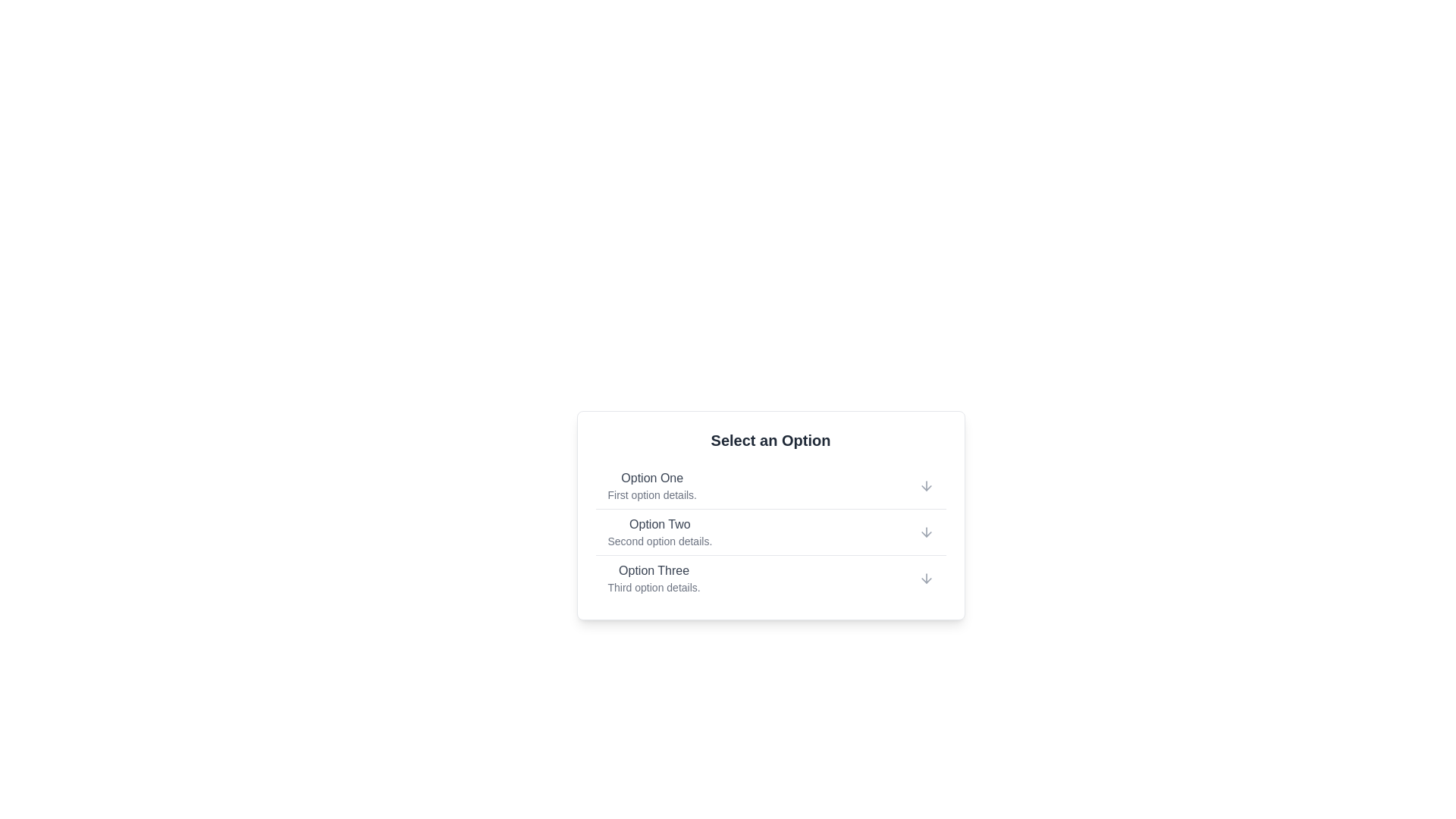 The image size is (1456, 819). Describe the element at coordinates (770, 485) in the screenshot. I see `the first item in the selectable list titled 'Select an Option'` at that location.